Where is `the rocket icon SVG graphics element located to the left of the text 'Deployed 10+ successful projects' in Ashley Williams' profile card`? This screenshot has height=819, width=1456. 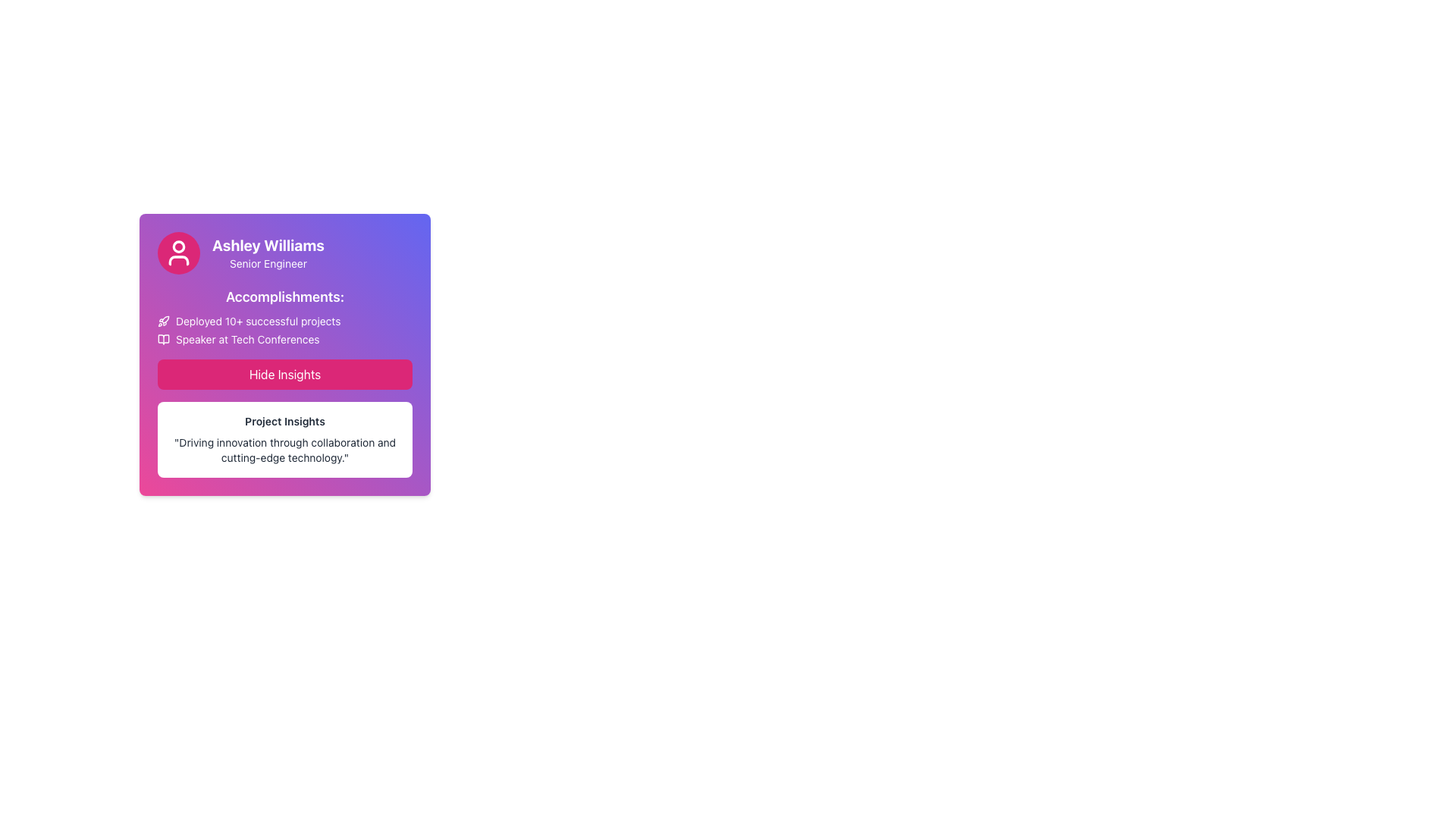
the rocket icon SVG graphics element located to the left of the text 'Deployed 10+ successful projects' in Ashley Williams' profile card is located at coordinates (164, 321).